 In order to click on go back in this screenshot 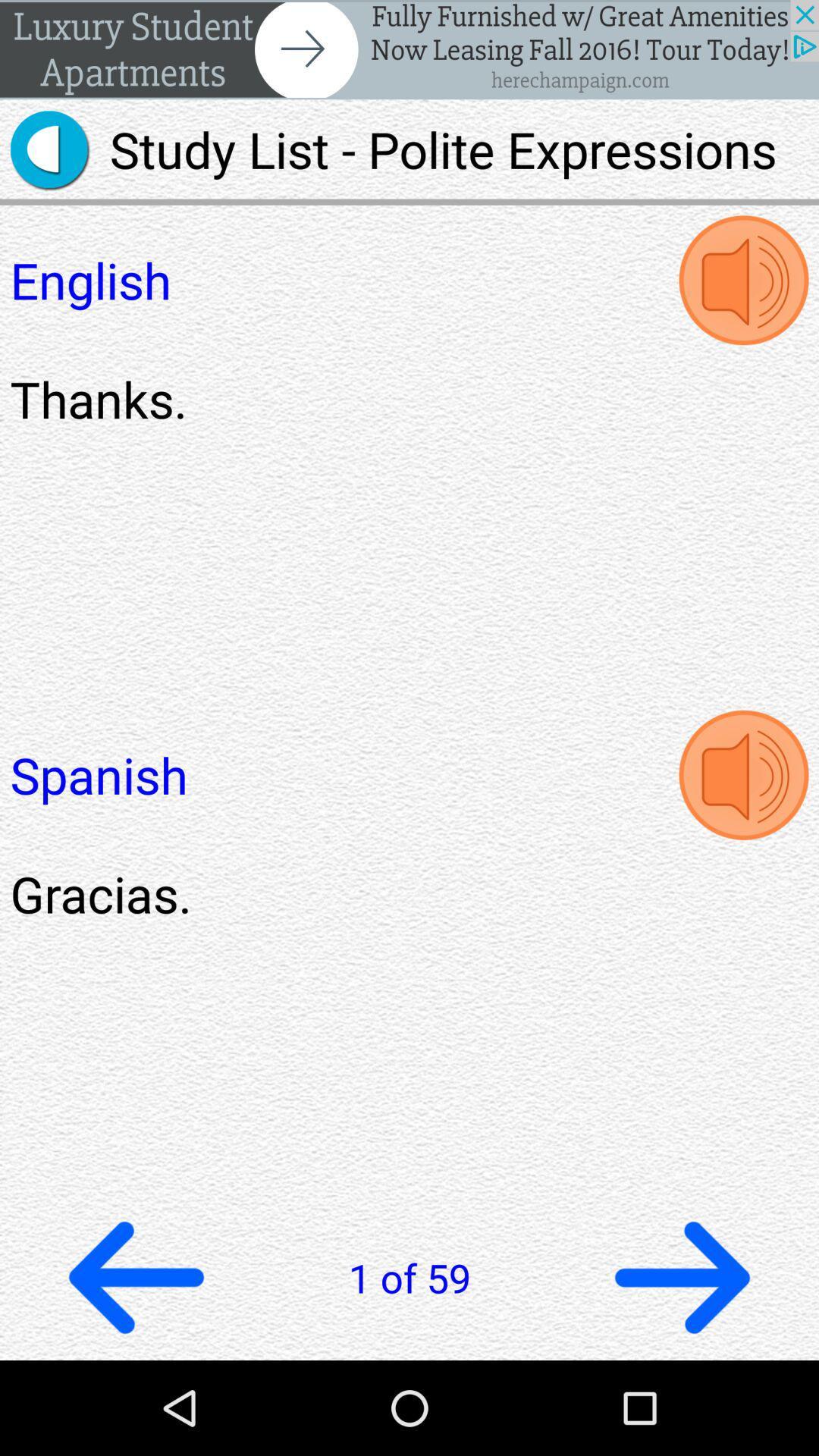, I will do `click(136, 1276)`.